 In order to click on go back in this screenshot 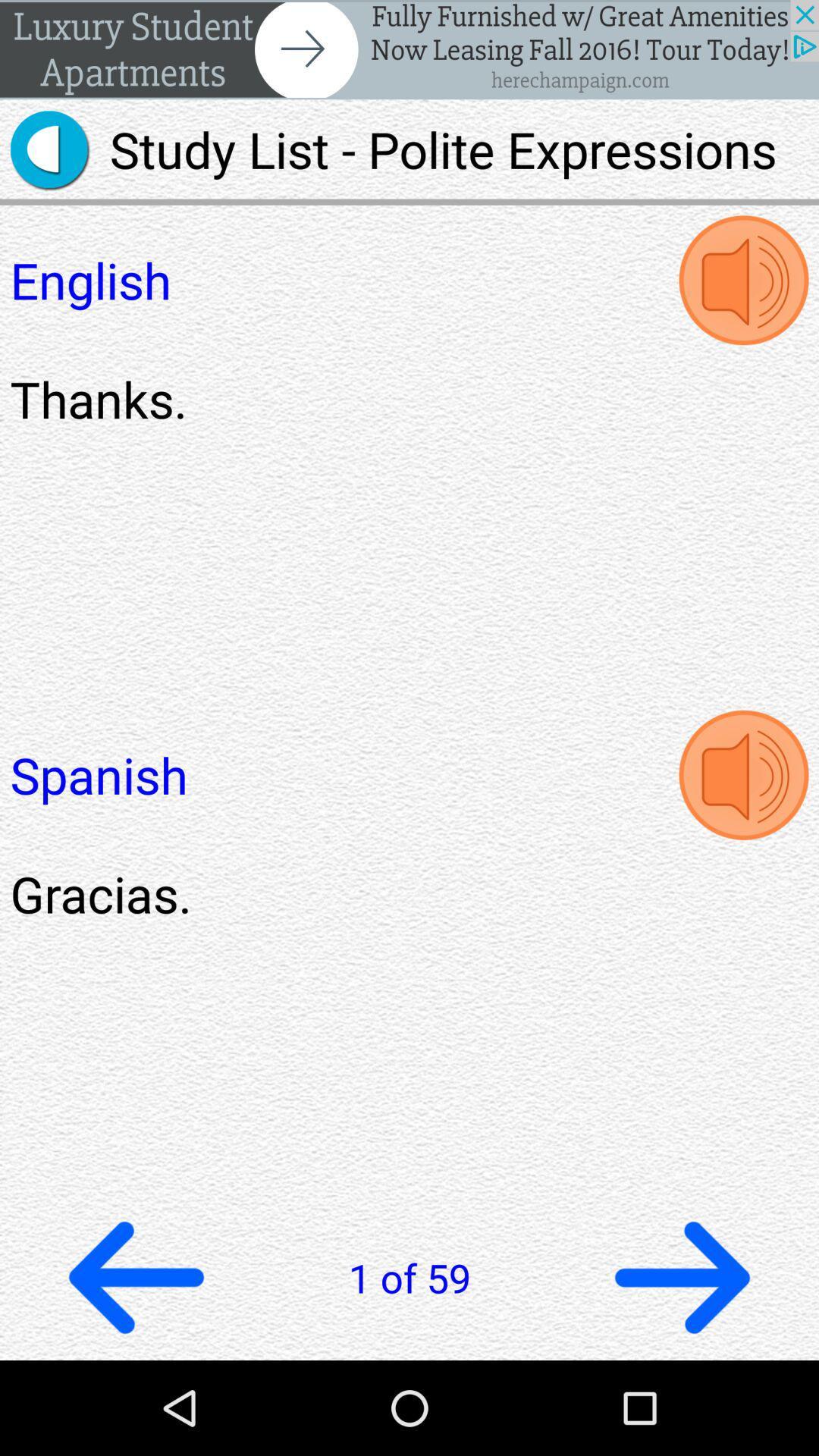, I will do `click(136, 1276)`.